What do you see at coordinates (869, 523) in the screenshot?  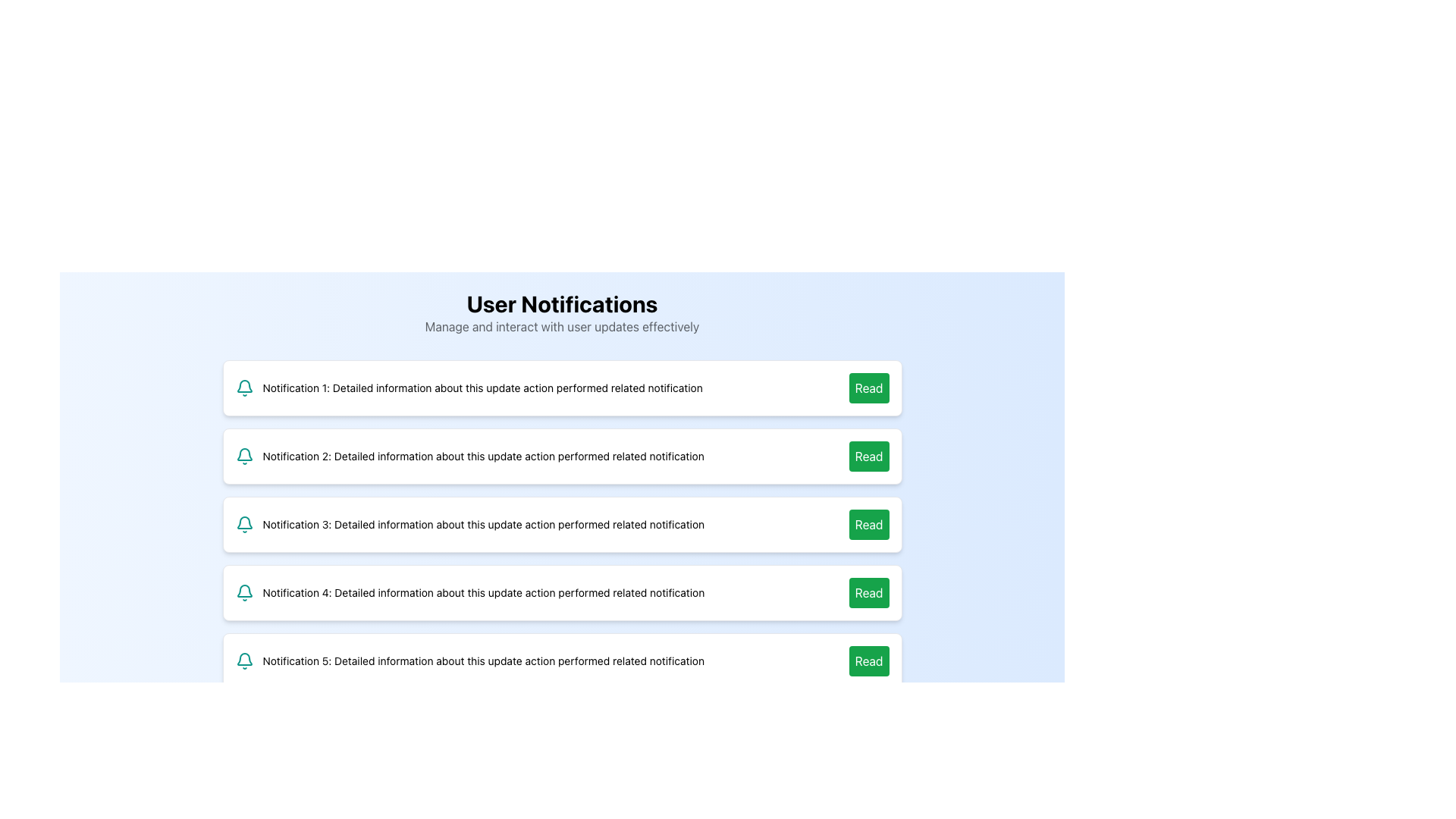 I see `the button aligned to the right side of Notification 3 to mark the notification as read` at bounding box center [869, 523].